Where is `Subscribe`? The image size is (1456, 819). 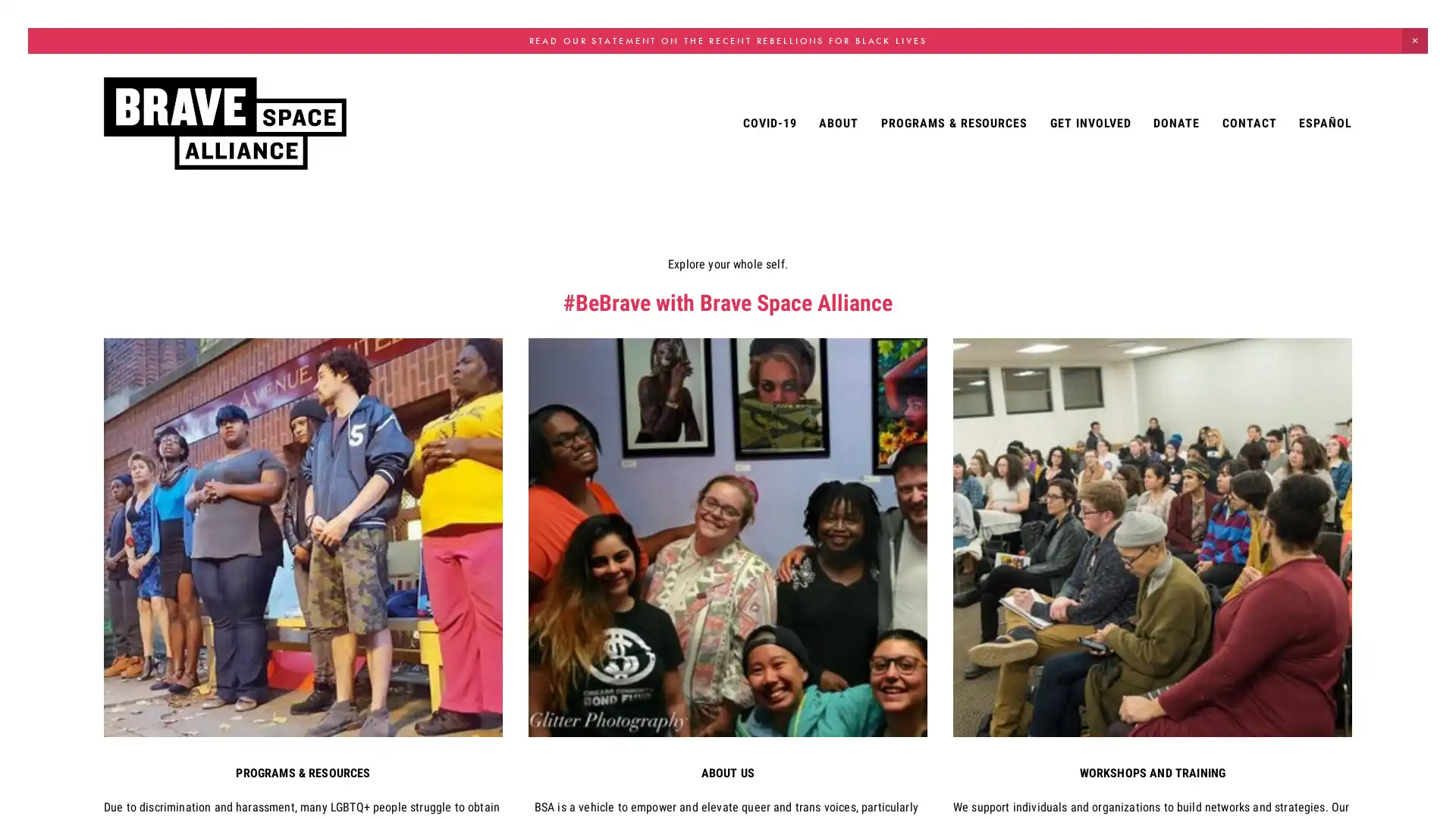
Subscribe is located at coordinates (856, 444).